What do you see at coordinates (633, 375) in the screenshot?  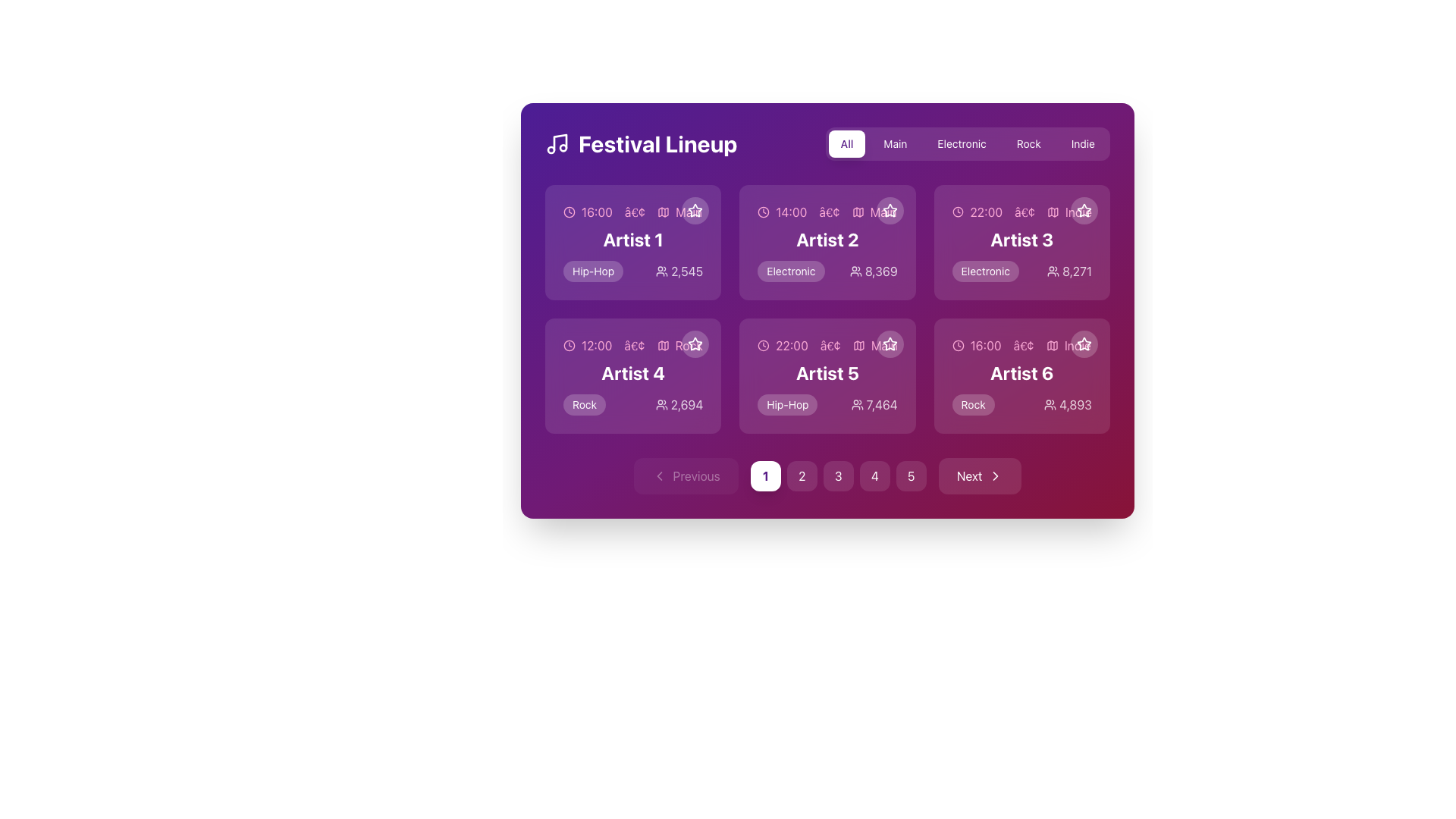 I see `the card representing an event or artist's information in the music festival lineup` at bounding box center [633, 375].